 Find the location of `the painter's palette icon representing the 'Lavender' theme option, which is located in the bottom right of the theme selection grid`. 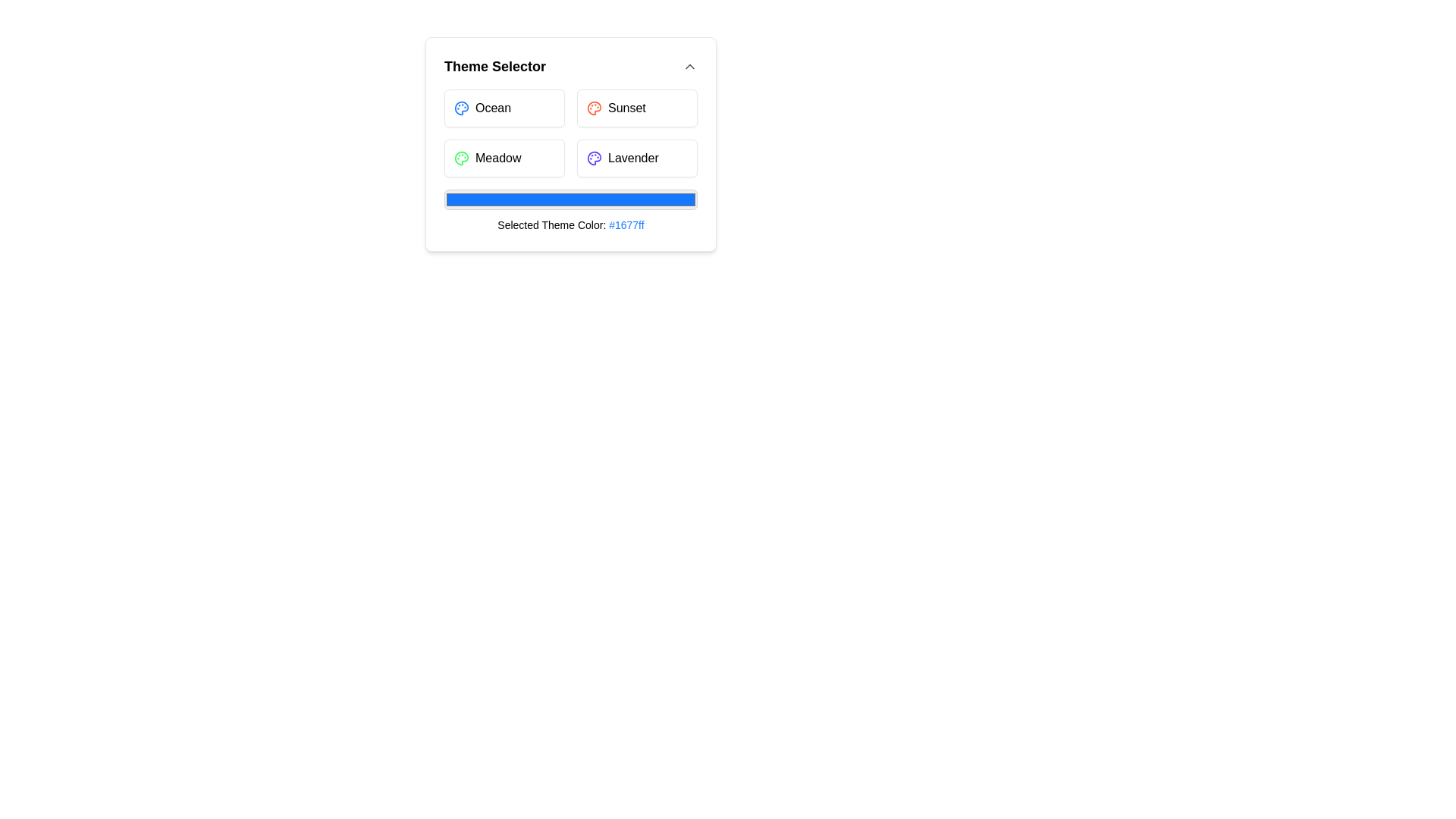

the painter's palette icon representing the 'Lavender' theme option, which is located in the bottom right of the theme selection grid is located at coordinates (593, 158).